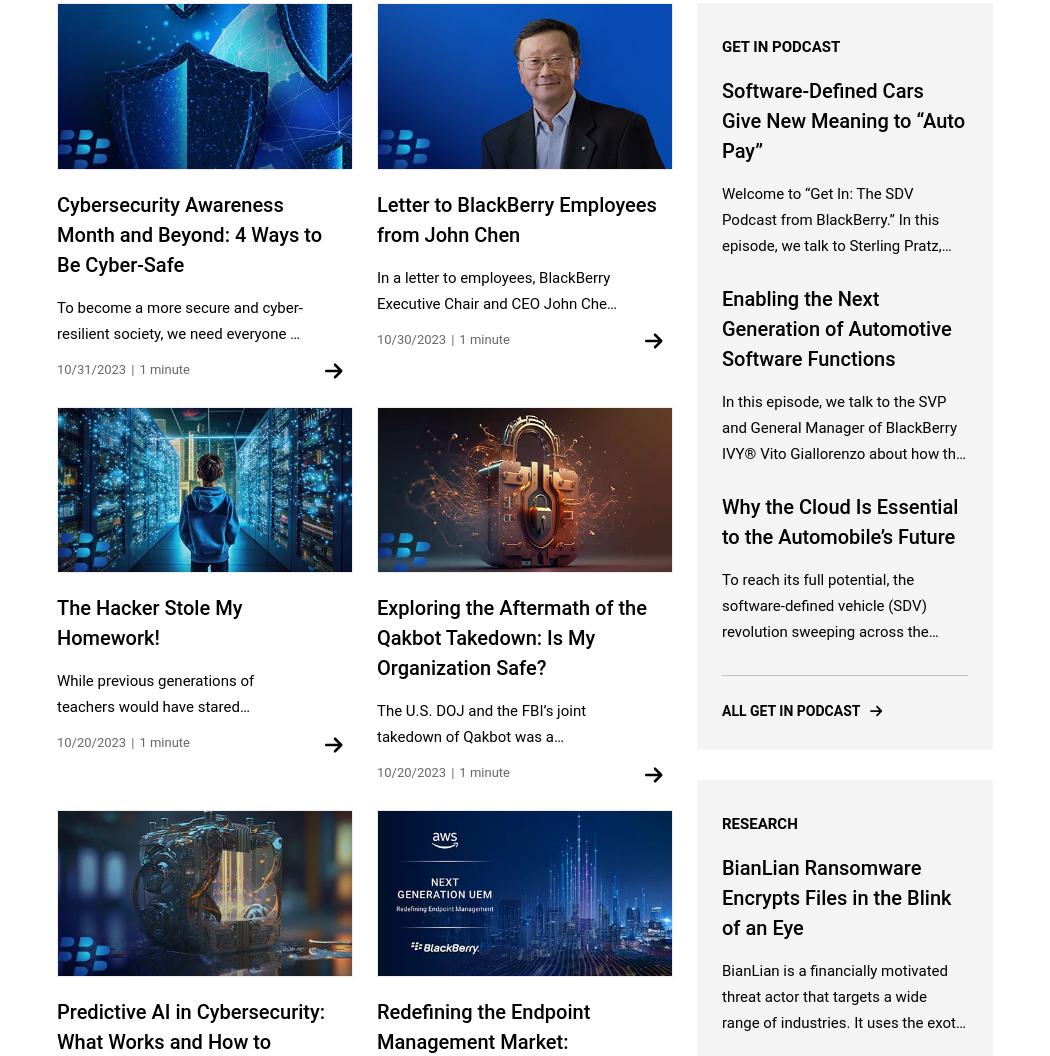  I want to click on '© 2023 BlackBerry Limited. All rights reserved.', so click(220, 972).